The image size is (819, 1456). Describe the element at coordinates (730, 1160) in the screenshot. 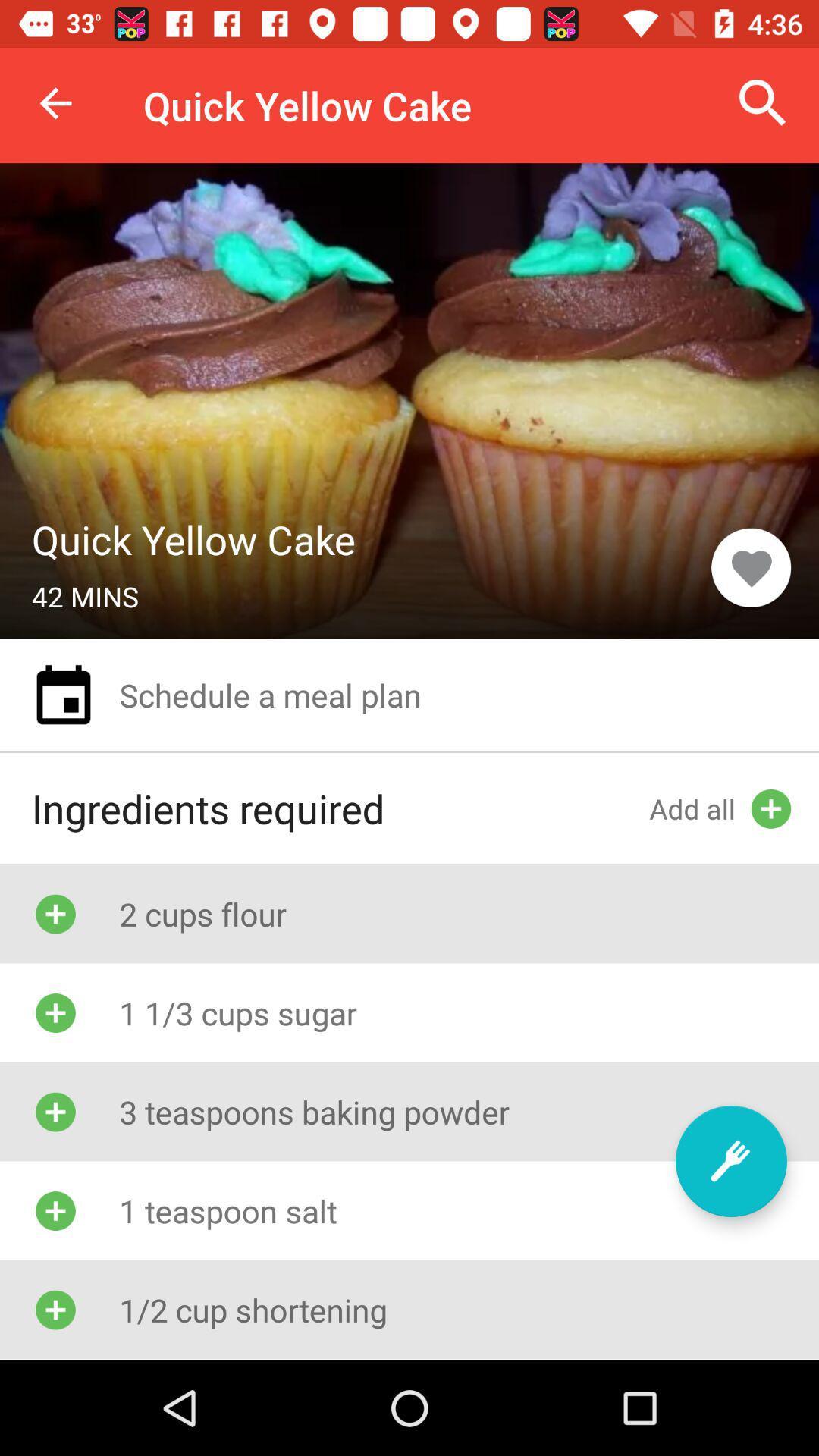

I see `the icon which is to the right side of the teaspoon salt` at that location.